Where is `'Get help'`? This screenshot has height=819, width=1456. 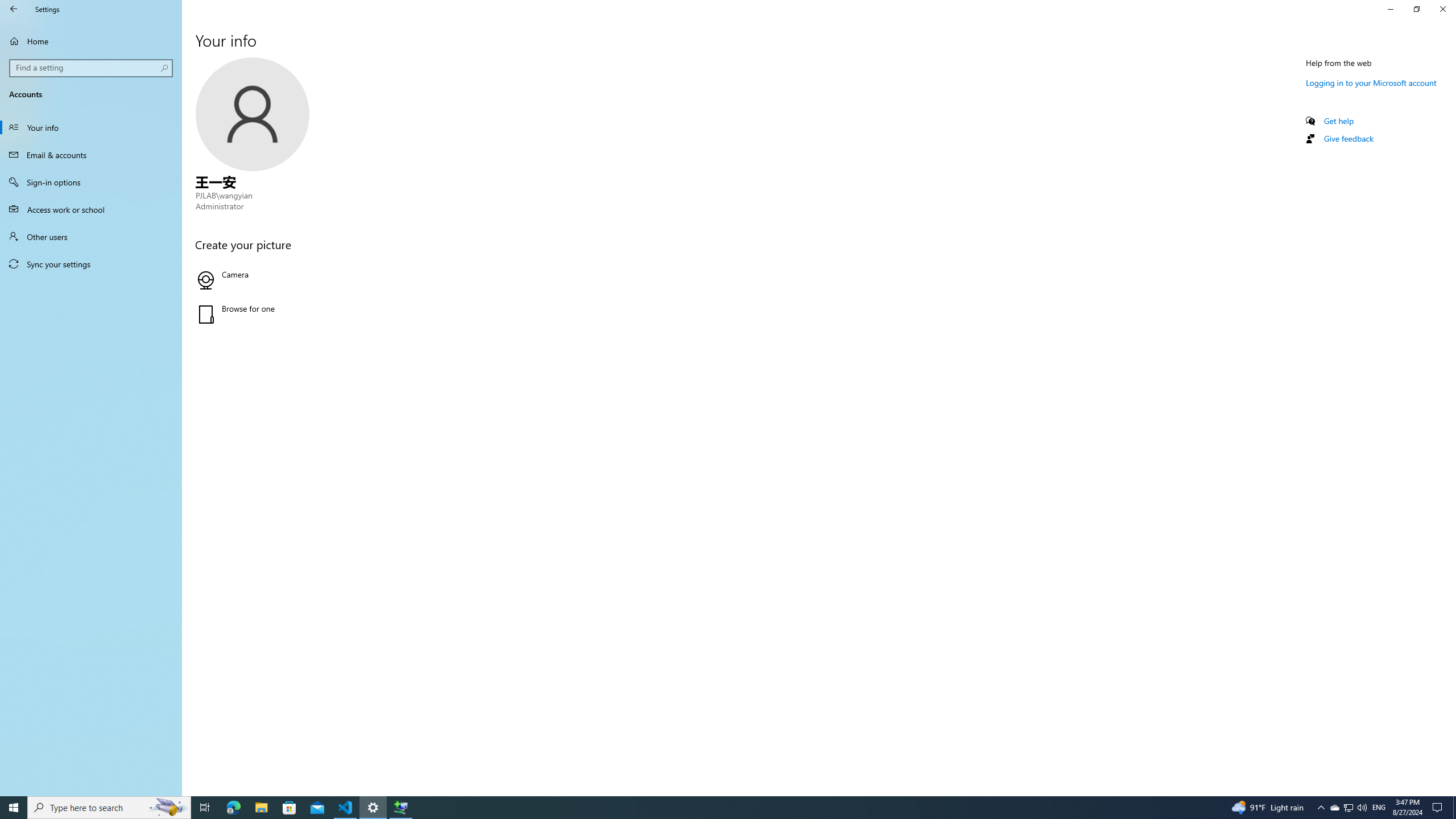
'Get help' is located at coordinates (1338, 120).